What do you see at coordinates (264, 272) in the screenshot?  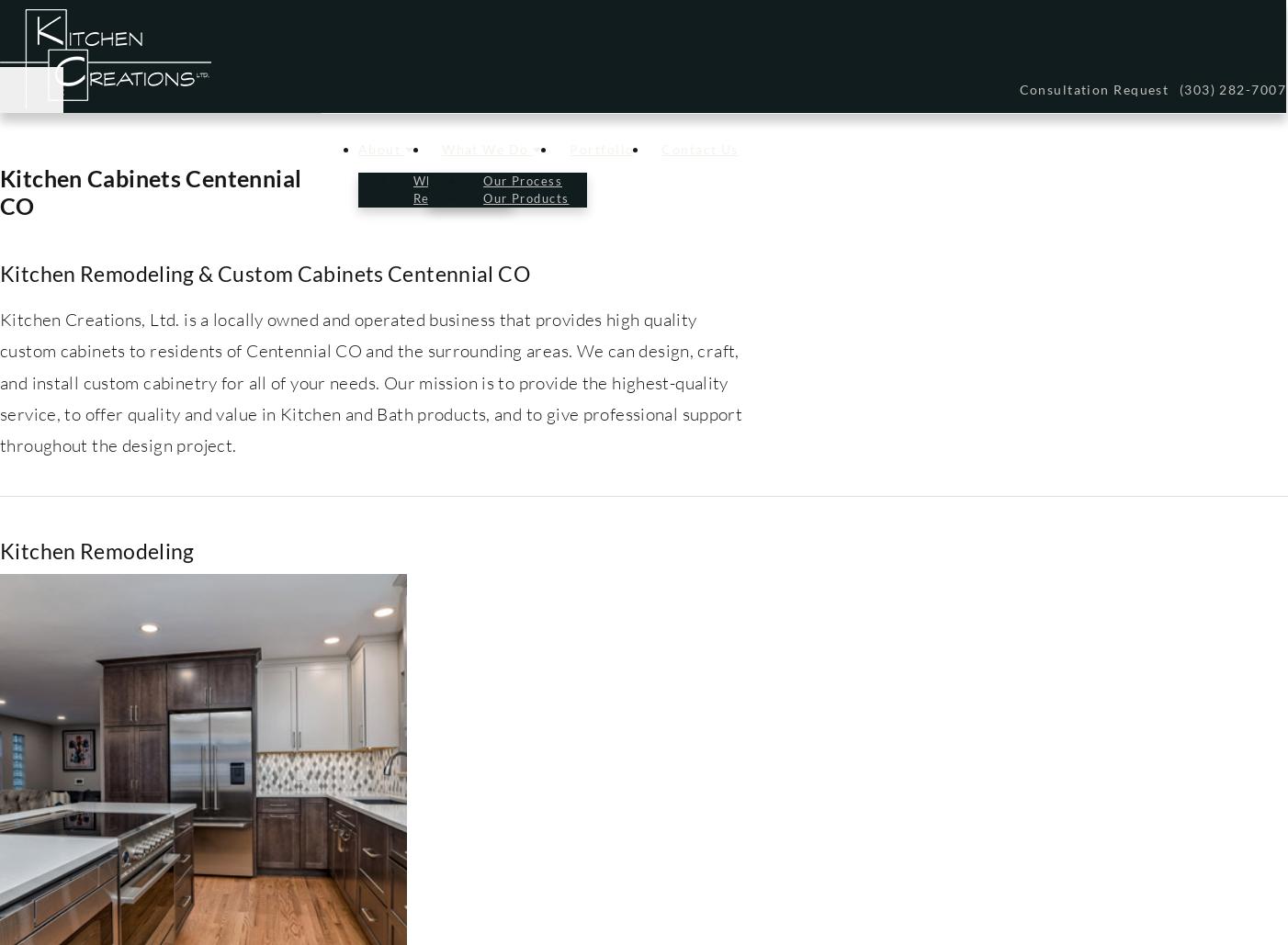 I see `'Kitchen Remodeling & Custom Cabinets Centennial CO'` at bounding box center [264, 272].